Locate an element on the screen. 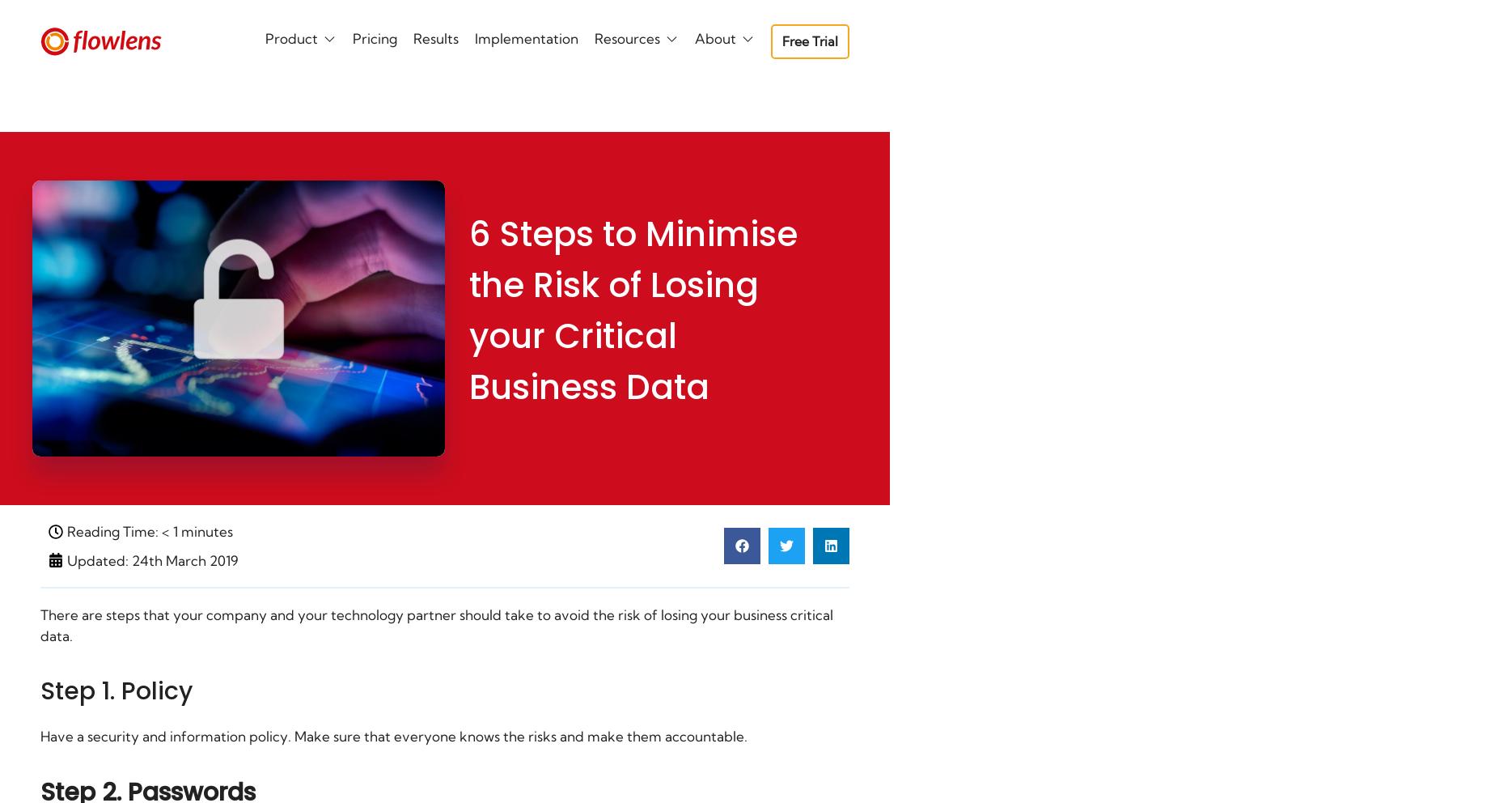 Image resolution: width=1512 pixels, height=803 pixels. 'Updated: 24th March 2019' is located at coordinates (151, 559).